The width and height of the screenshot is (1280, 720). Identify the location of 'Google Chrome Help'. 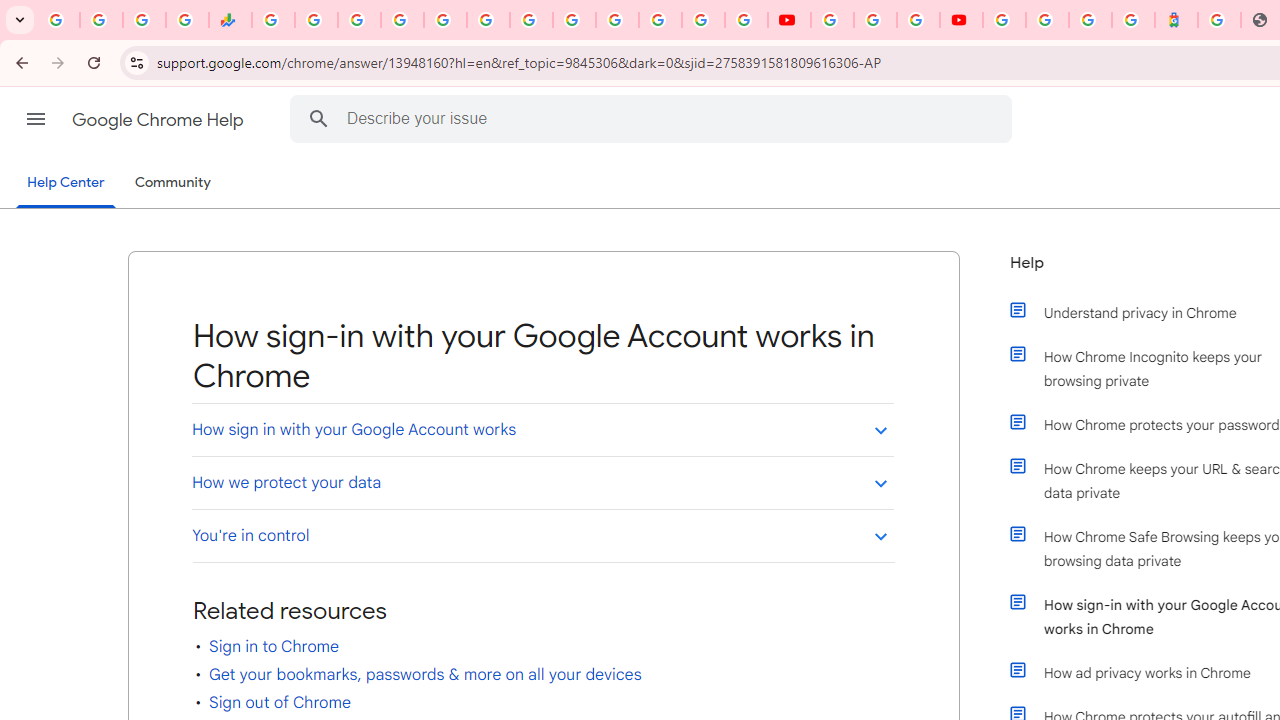
(160, 119).